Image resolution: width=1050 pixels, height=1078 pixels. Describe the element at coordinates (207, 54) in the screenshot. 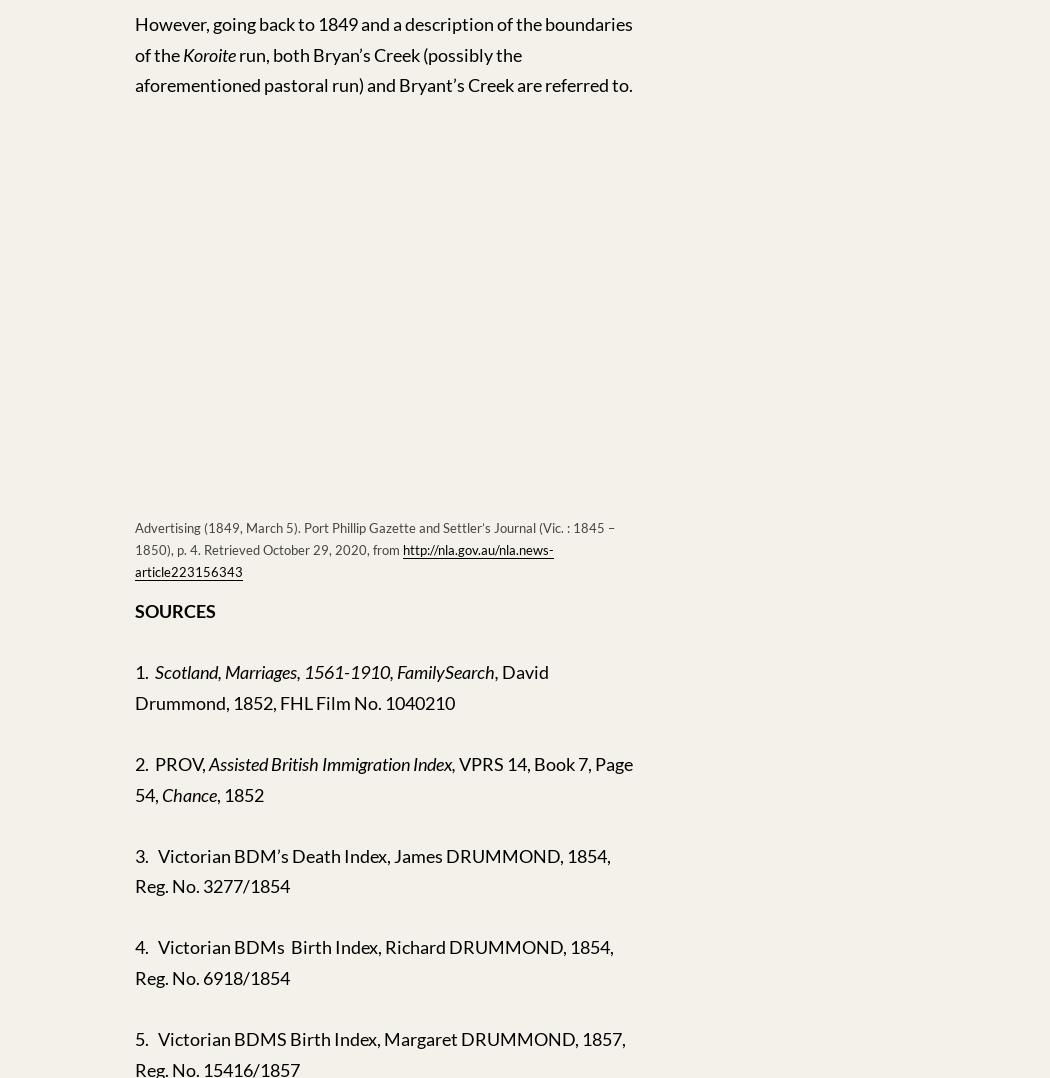

I see `'Koroite'` at that location.